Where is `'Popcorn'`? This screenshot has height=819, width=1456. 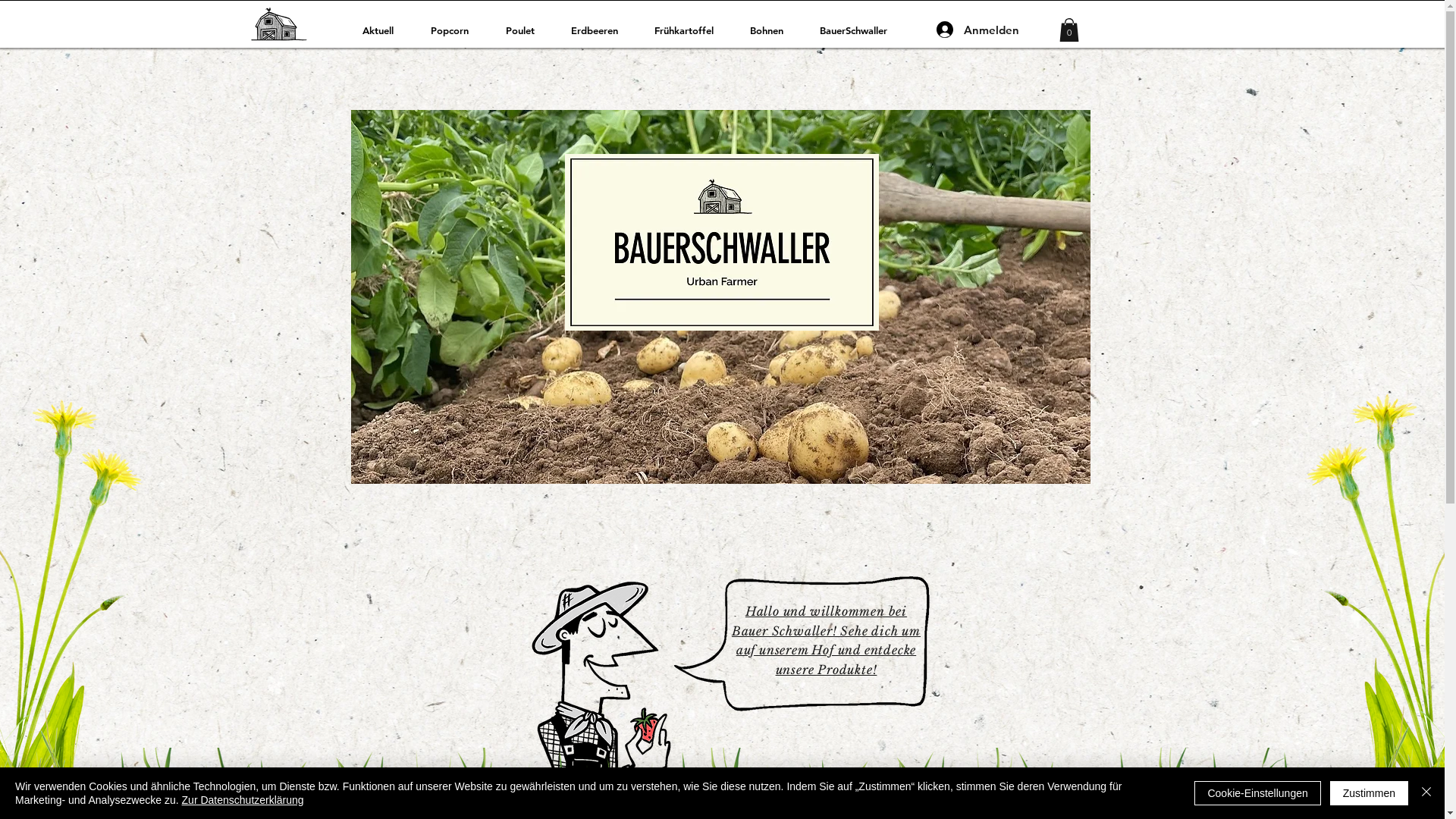 'Popcorn' is located at coordinates (455, 30).